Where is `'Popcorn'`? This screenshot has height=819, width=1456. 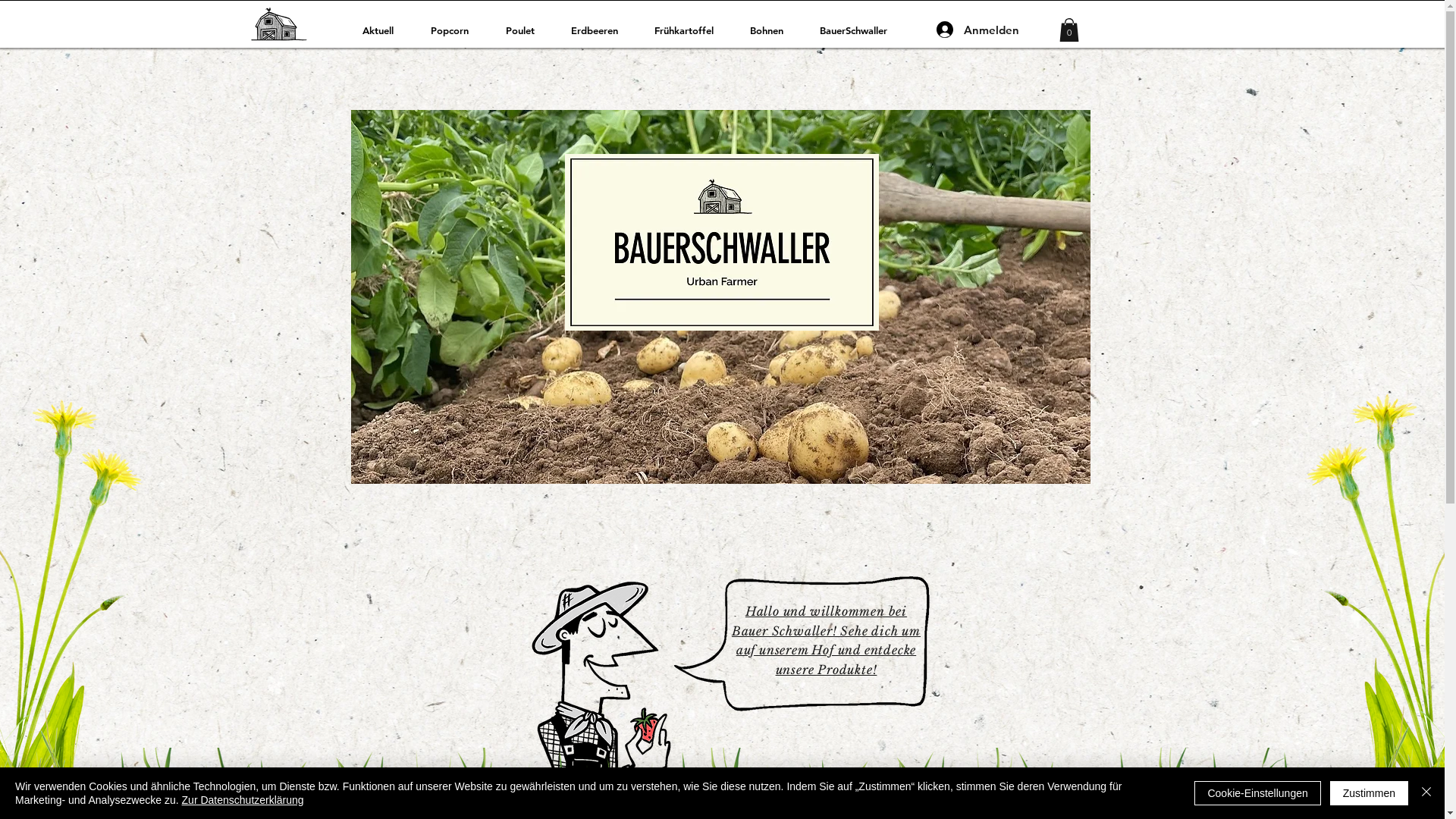 'Popcorn' is located at coordinates (455, 30).